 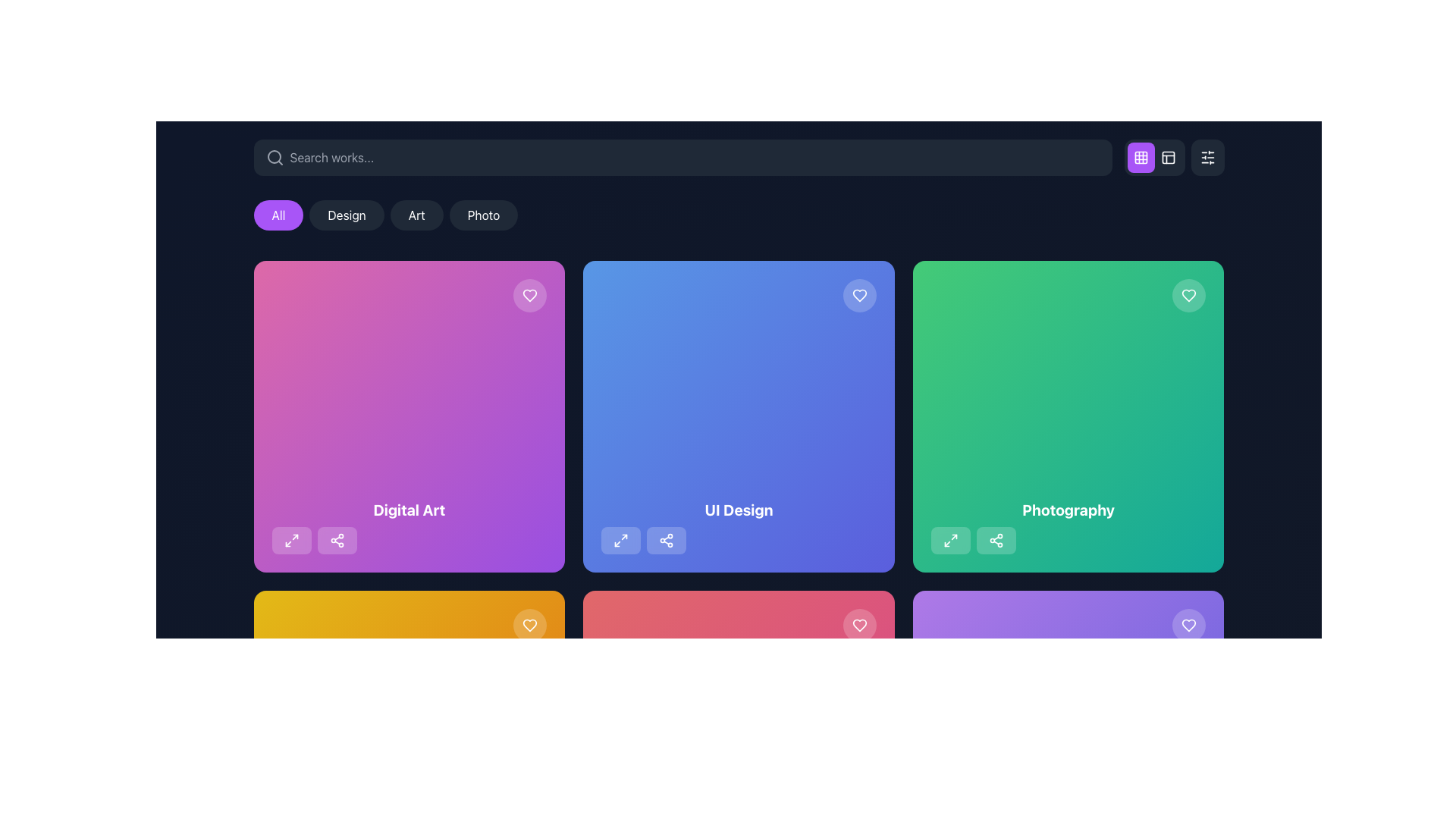 I want to click on the button with an orange-yellow gradient background located, so click(x=409, y=625).